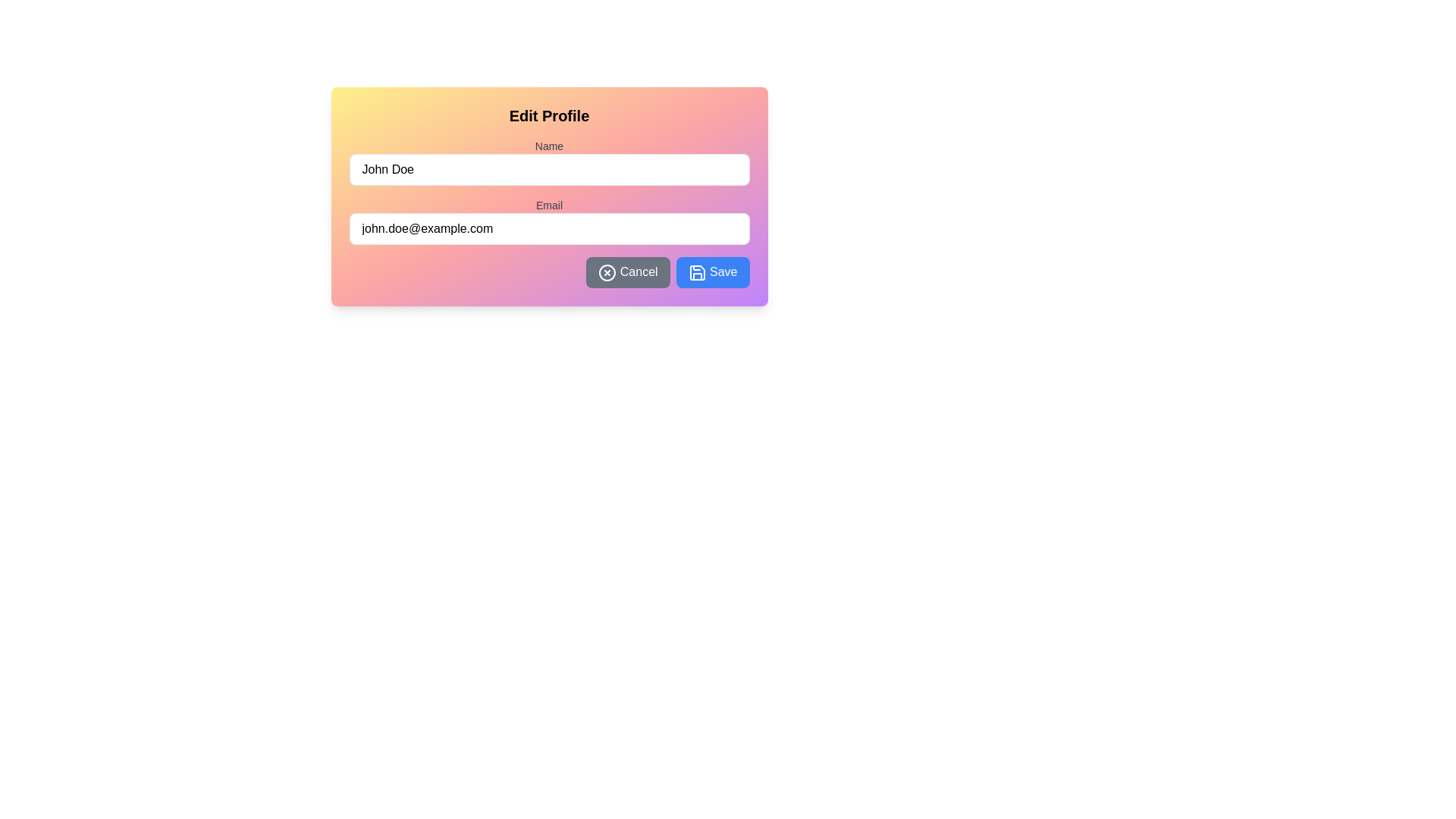 Image resolution: width=1456 pixels, height=819 pixels. Describe the element at coordinates (628, 271) in the screenshot. I see `keyboard navigation` at that location.